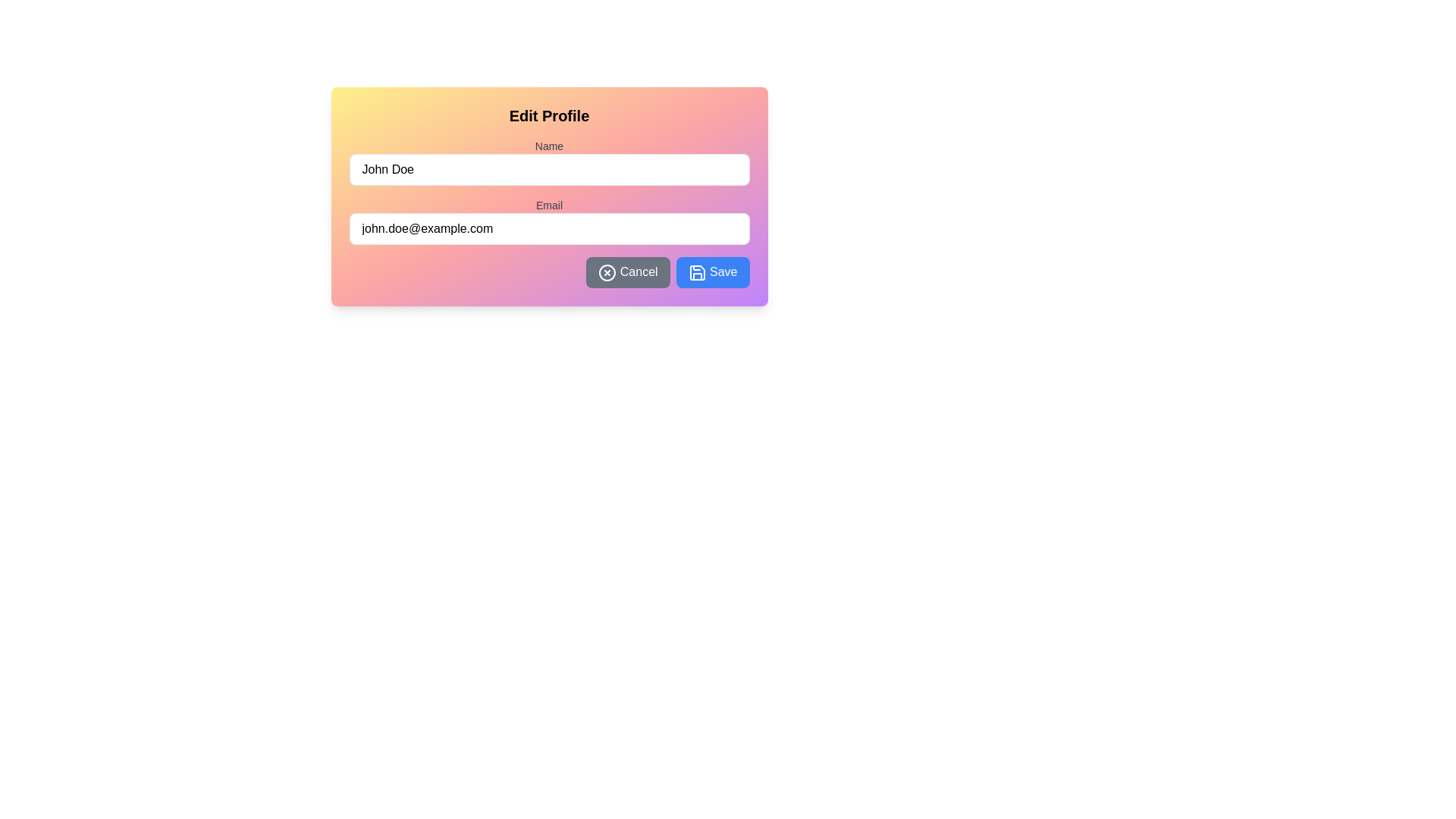 Image resolution: width=1456 pixels, height=819 pixels. Describe the element at coordinates (628, 271) in the screenshot. I see `keyboard navigation` at that location.